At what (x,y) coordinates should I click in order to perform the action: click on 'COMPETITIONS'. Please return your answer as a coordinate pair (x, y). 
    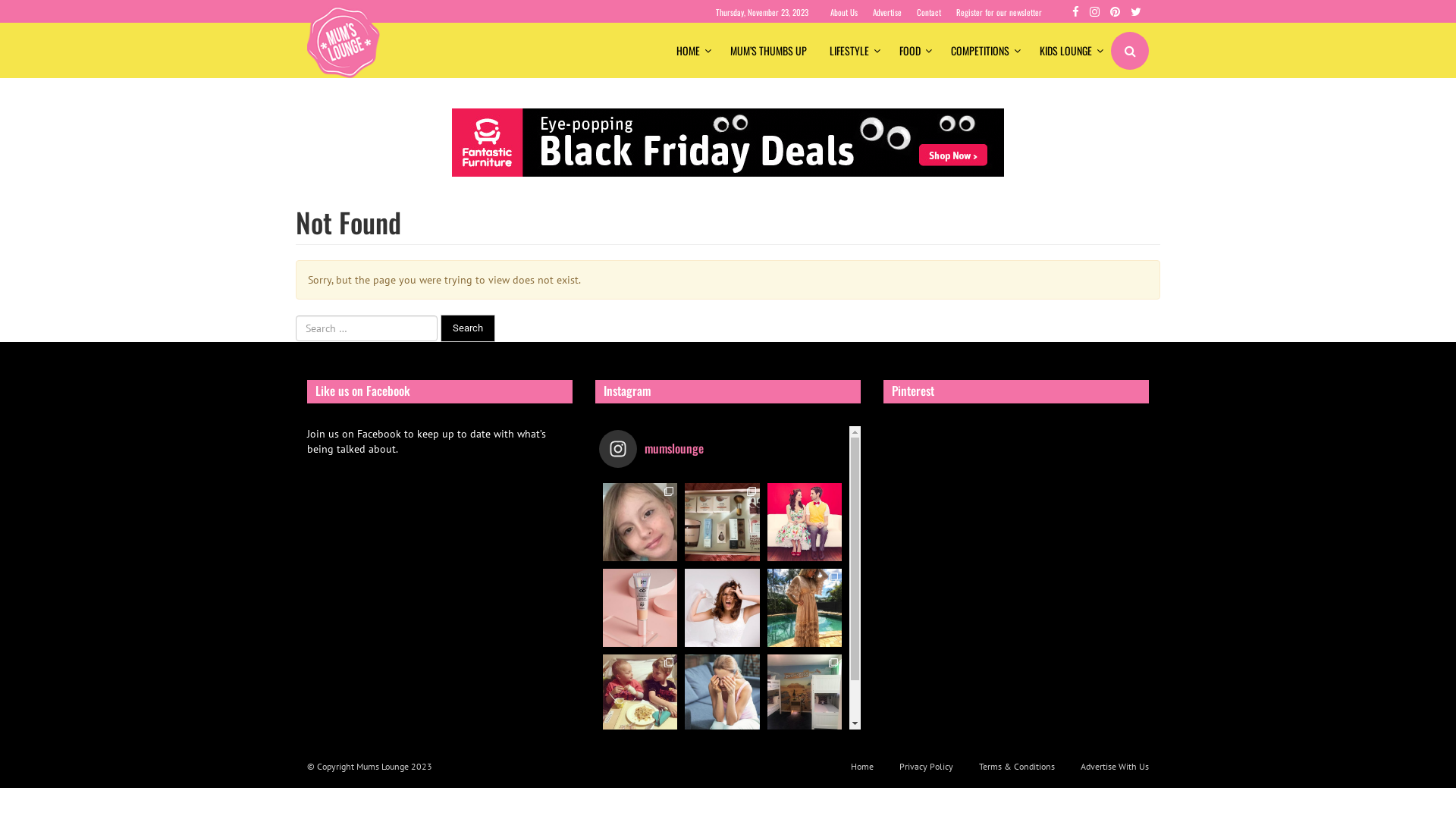
    Looking at the image, I should click on (984, 49).